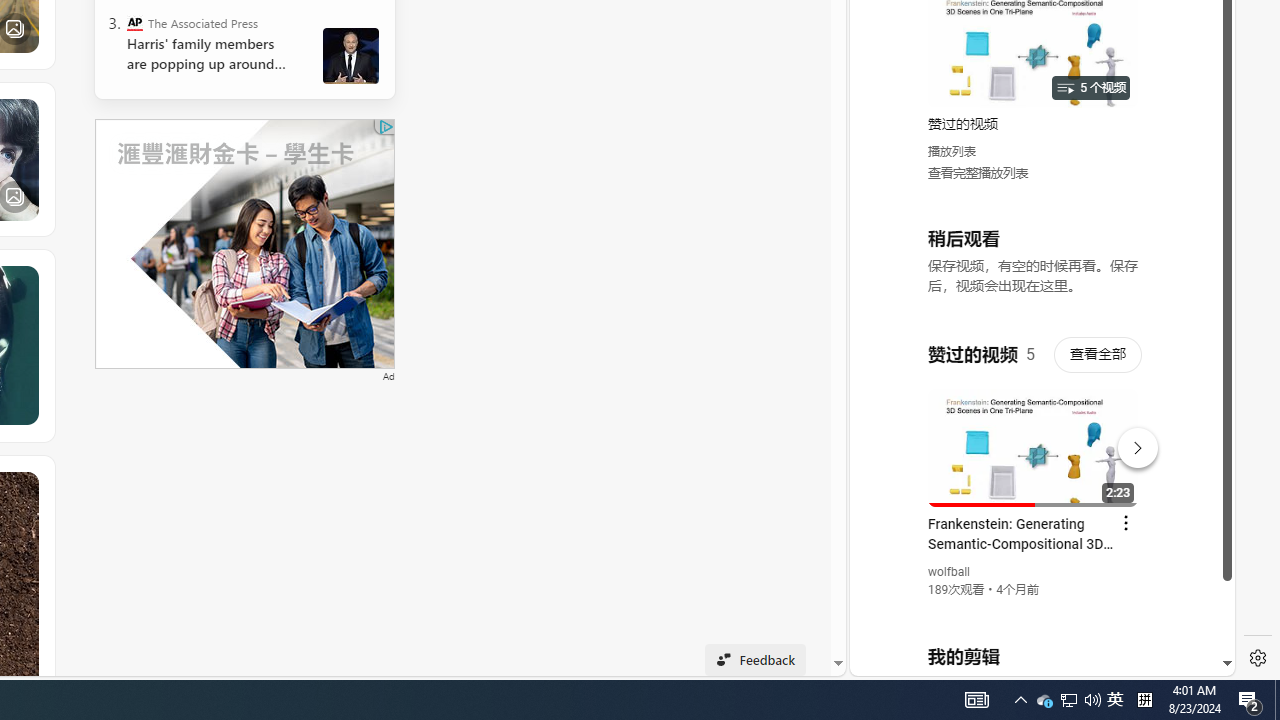 Image resolution: width=1280 pixels, height=720 pixels. Describe the element at coordinates (1257, 658) in the screenshot. I see `'Settings'` at that location.